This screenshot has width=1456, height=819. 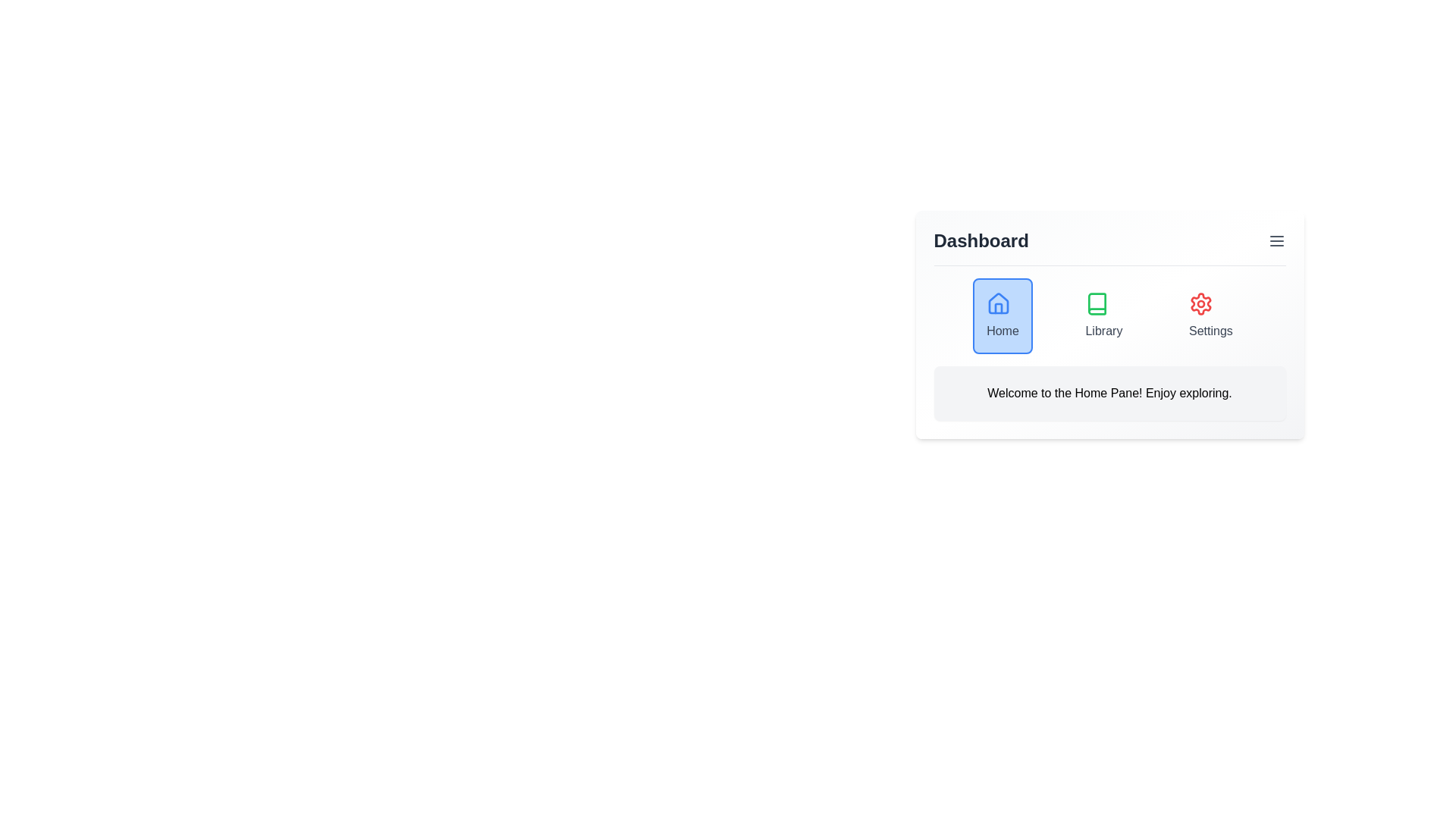 I want to click on the Home button located in the Navigation Bar section titled 'Dashboard', so click(x=1003, y=315).